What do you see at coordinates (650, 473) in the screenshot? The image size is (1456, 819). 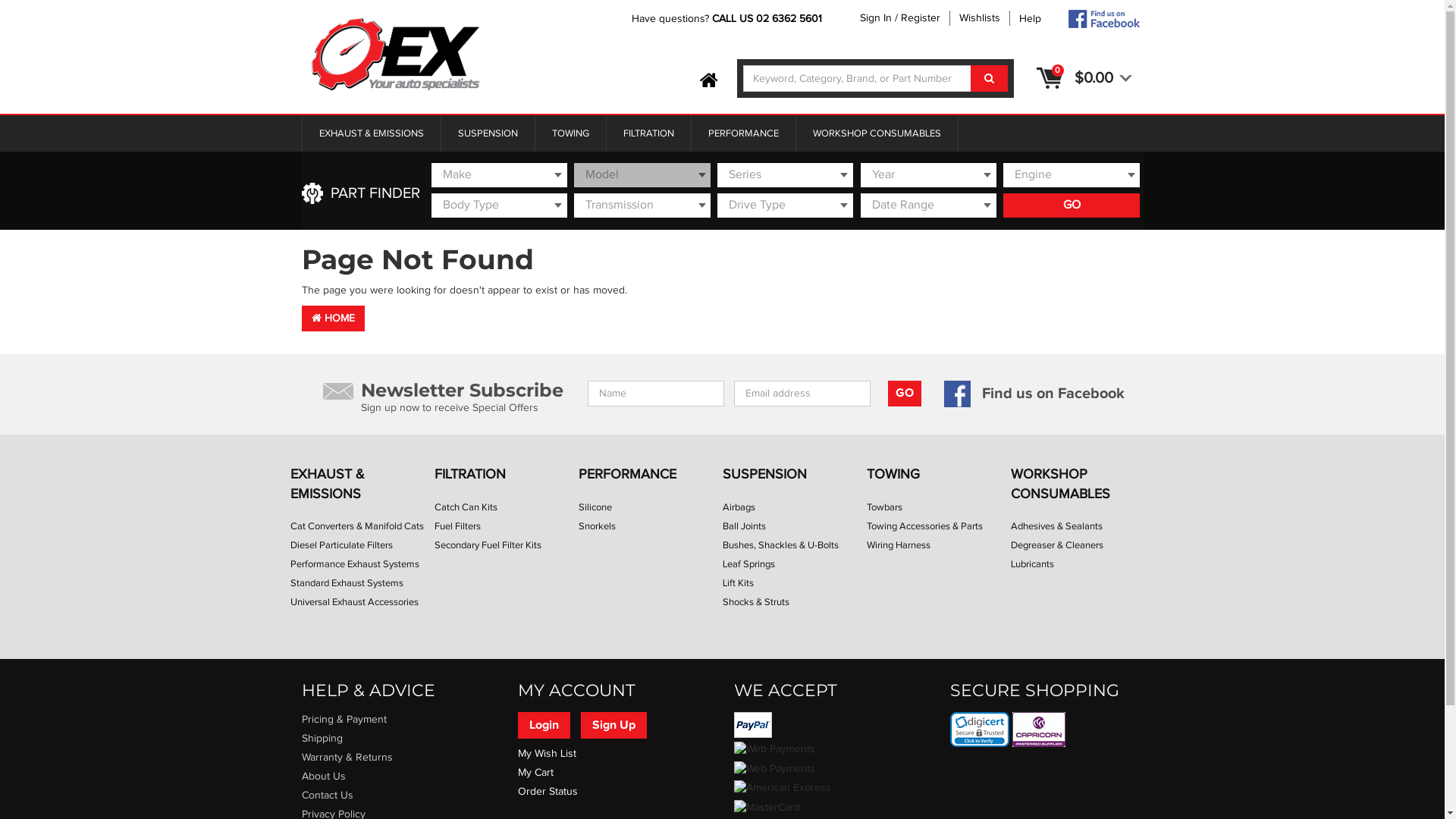 I see `'PERFORMANCE'` at bounding box center [650, 473].